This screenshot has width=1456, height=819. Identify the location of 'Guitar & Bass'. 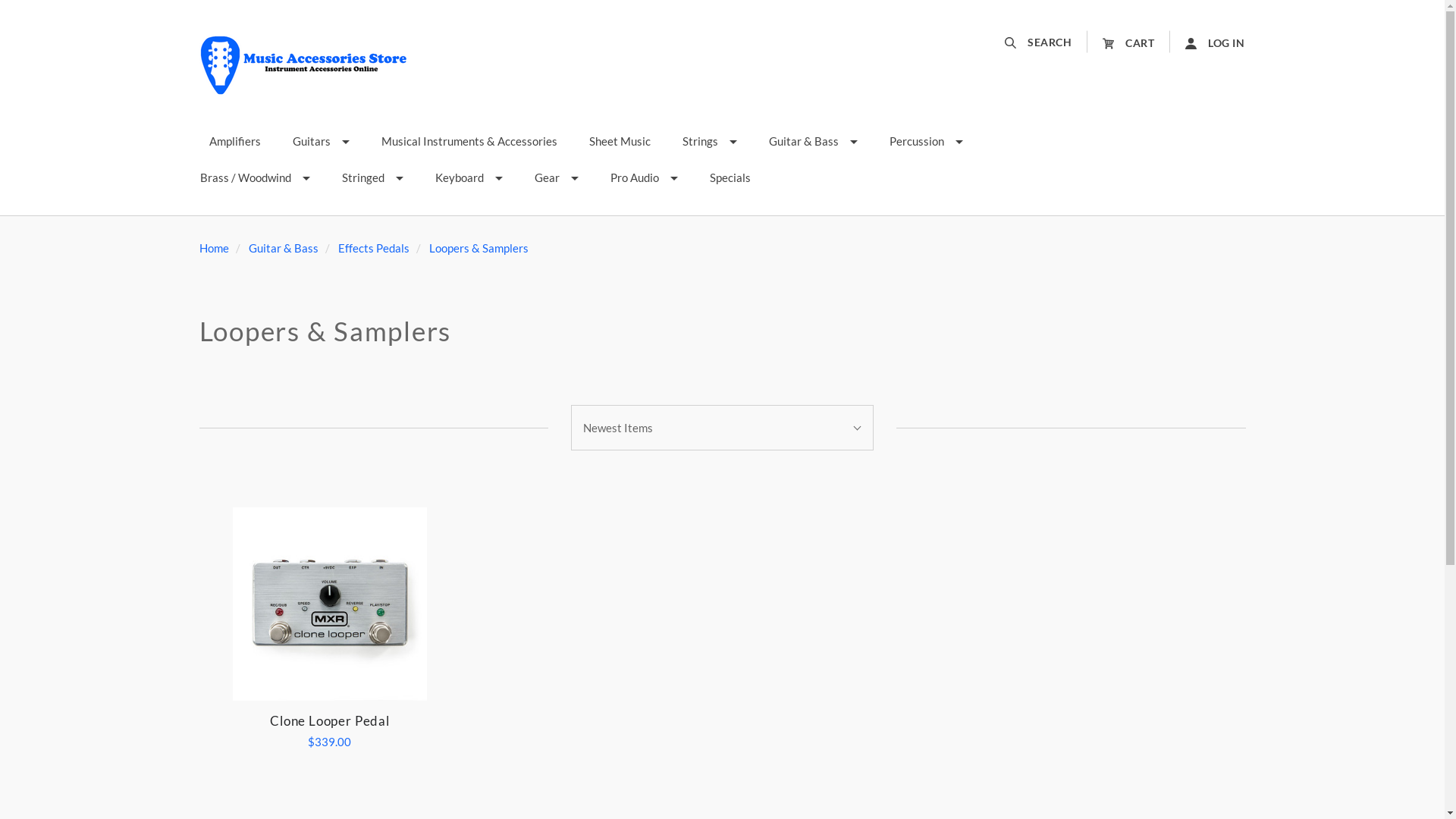
(284, 247).